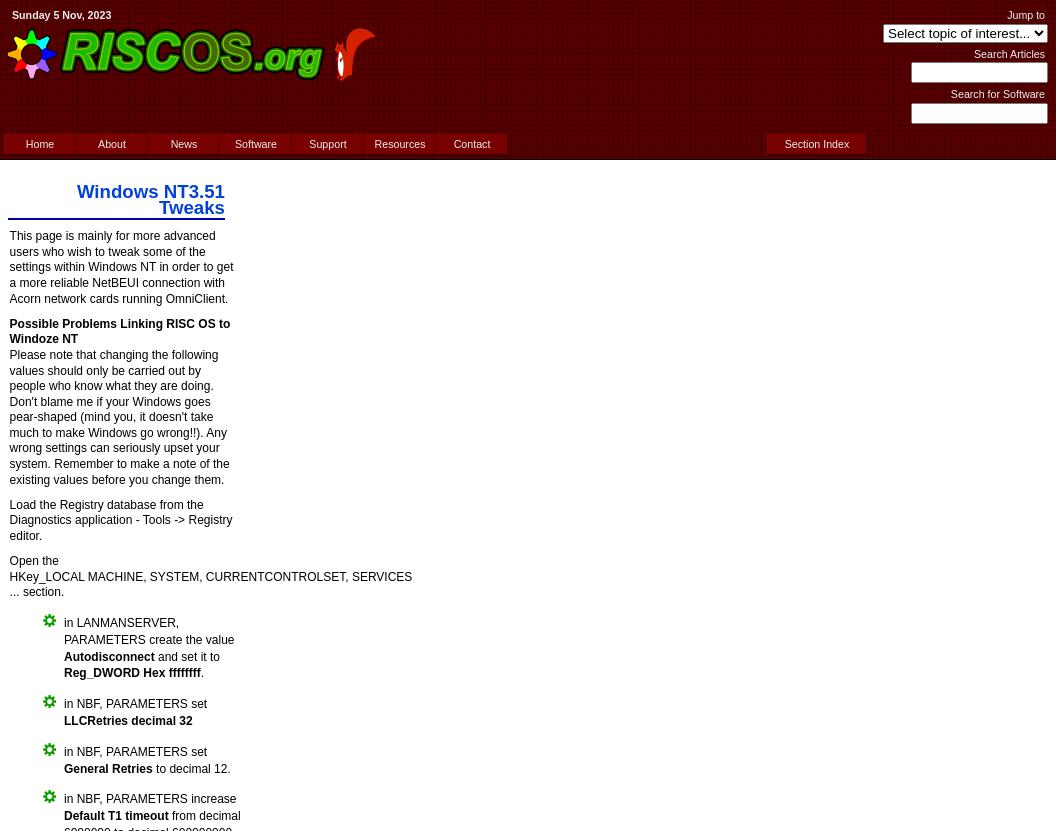 The image size is (1056, 831). What do you see at coordinates (63, 814) in the screenshot?
I see `'Default T1 timeout'` at bounding box center [63, 814].